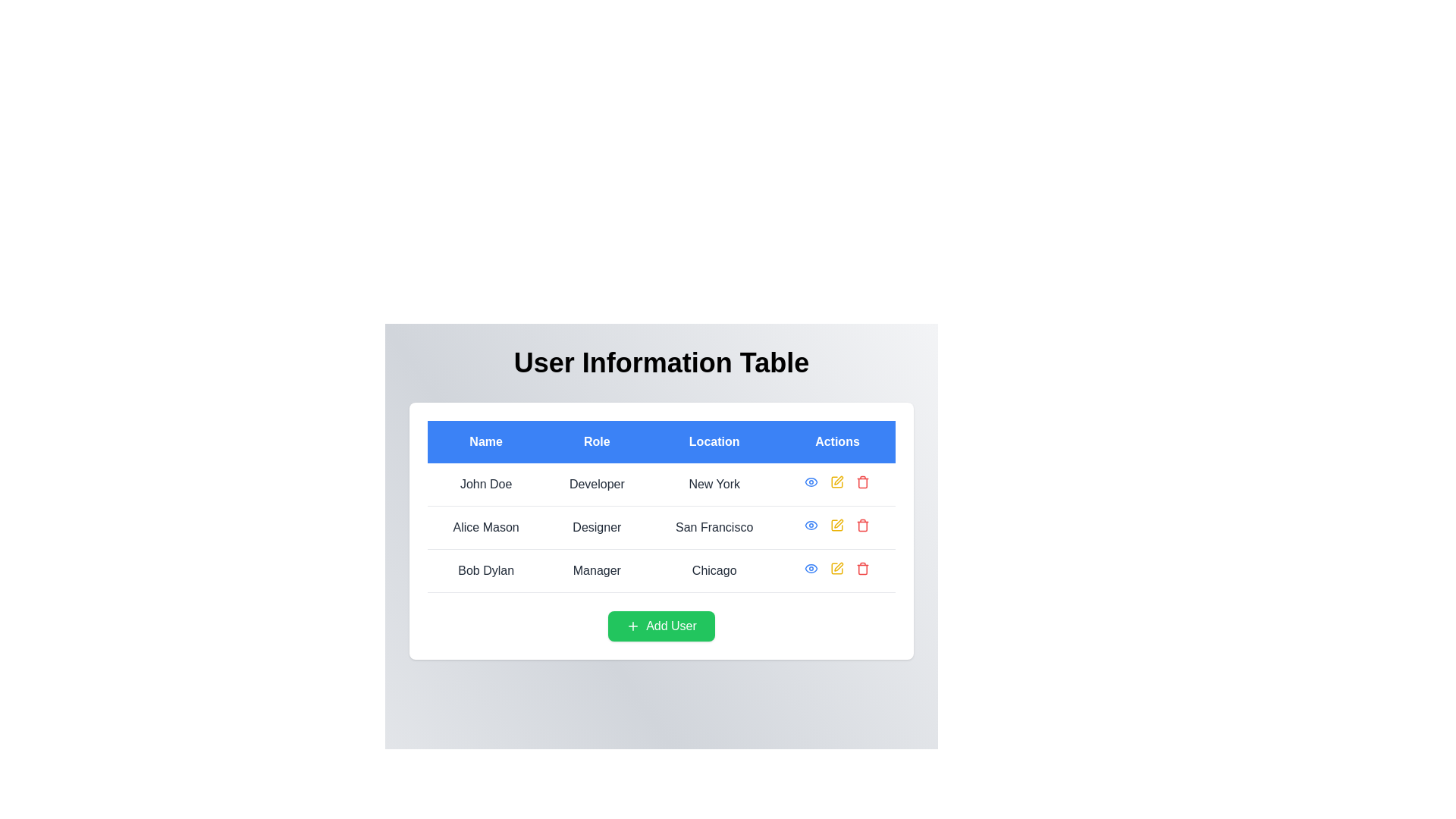 Image resolution: width=1456 pixels, height=819 pixels. What do you see at coordinates (661, 485) in the screenshot?
I see `the first row of the user information table` at bounding box center [661, 485].